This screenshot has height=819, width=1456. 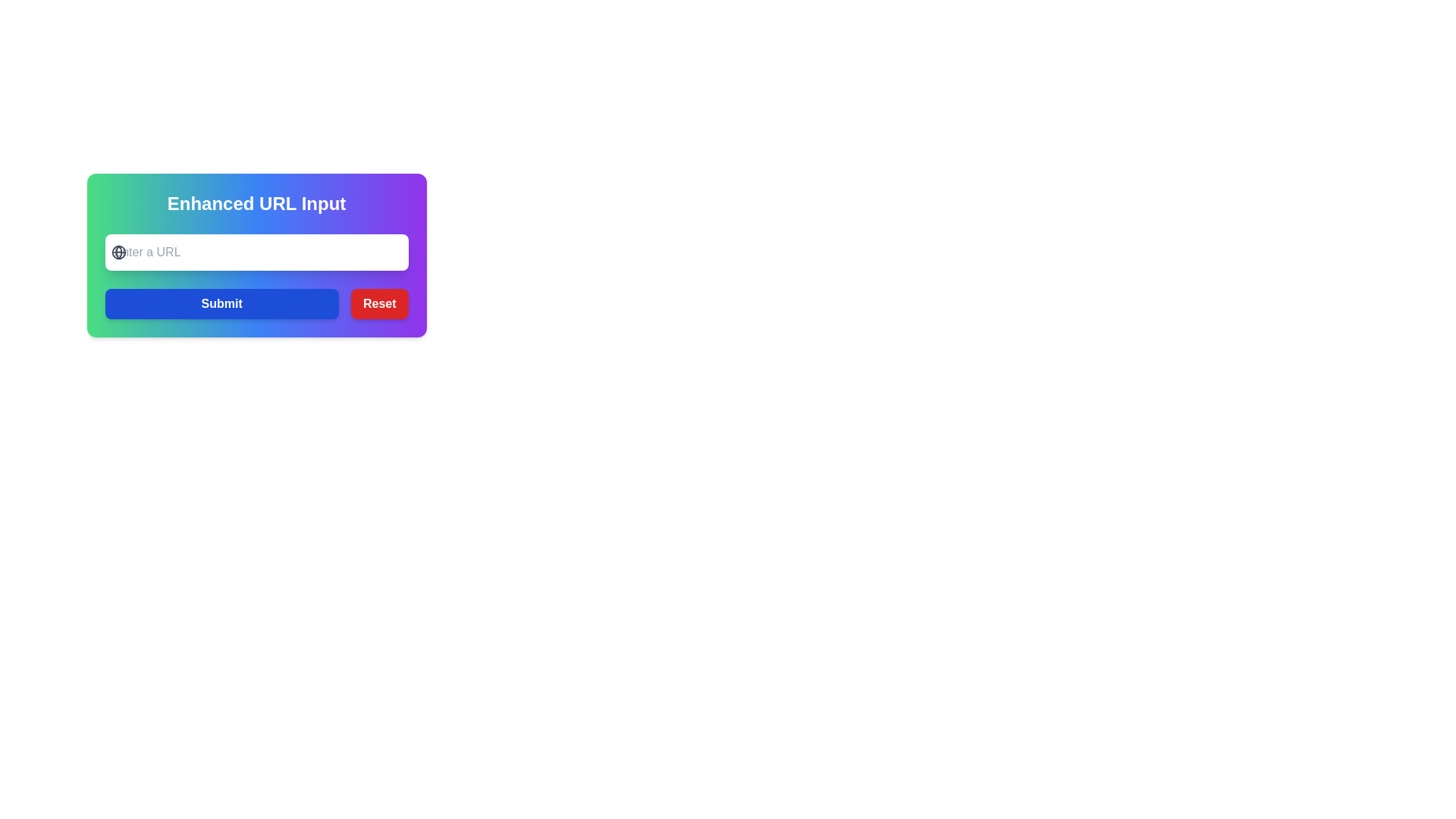 I want to click on the reset button located to the right of the 'Submit' button at the bottom section of the interface to reset the current inputs or settings back to their default state, so click(x=379, y=304).